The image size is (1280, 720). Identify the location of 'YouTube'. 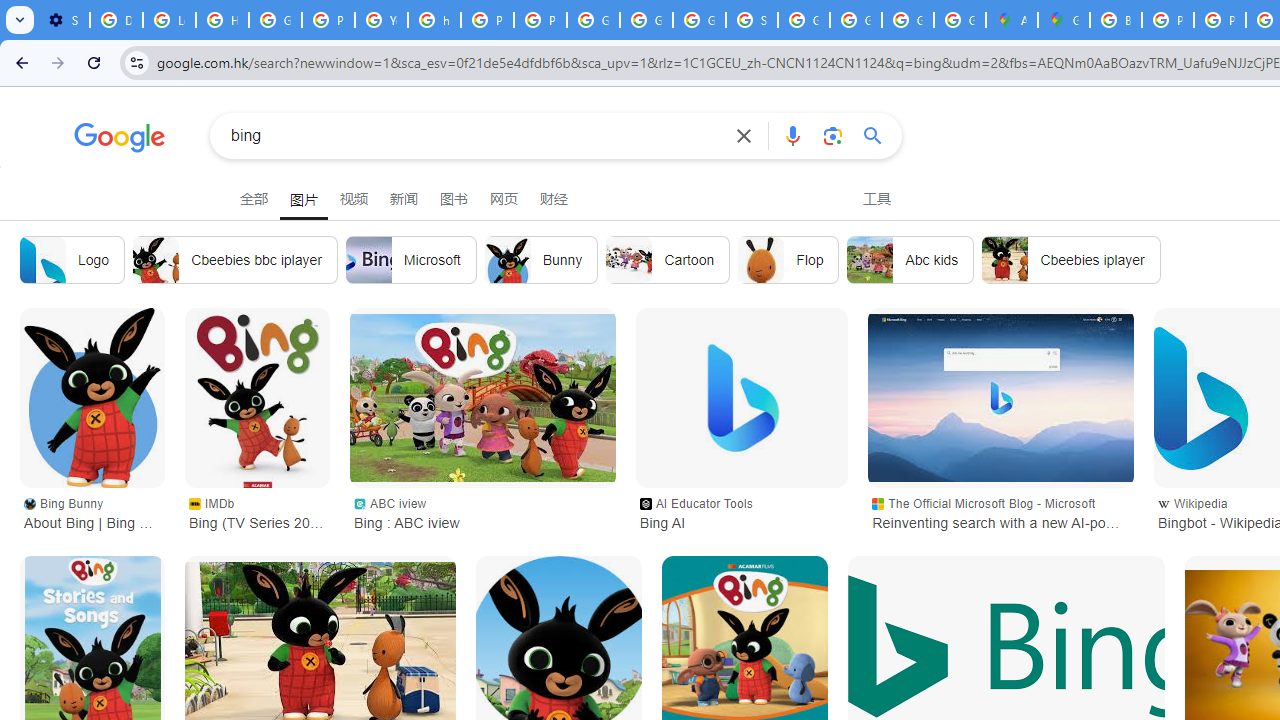
(381, 20).